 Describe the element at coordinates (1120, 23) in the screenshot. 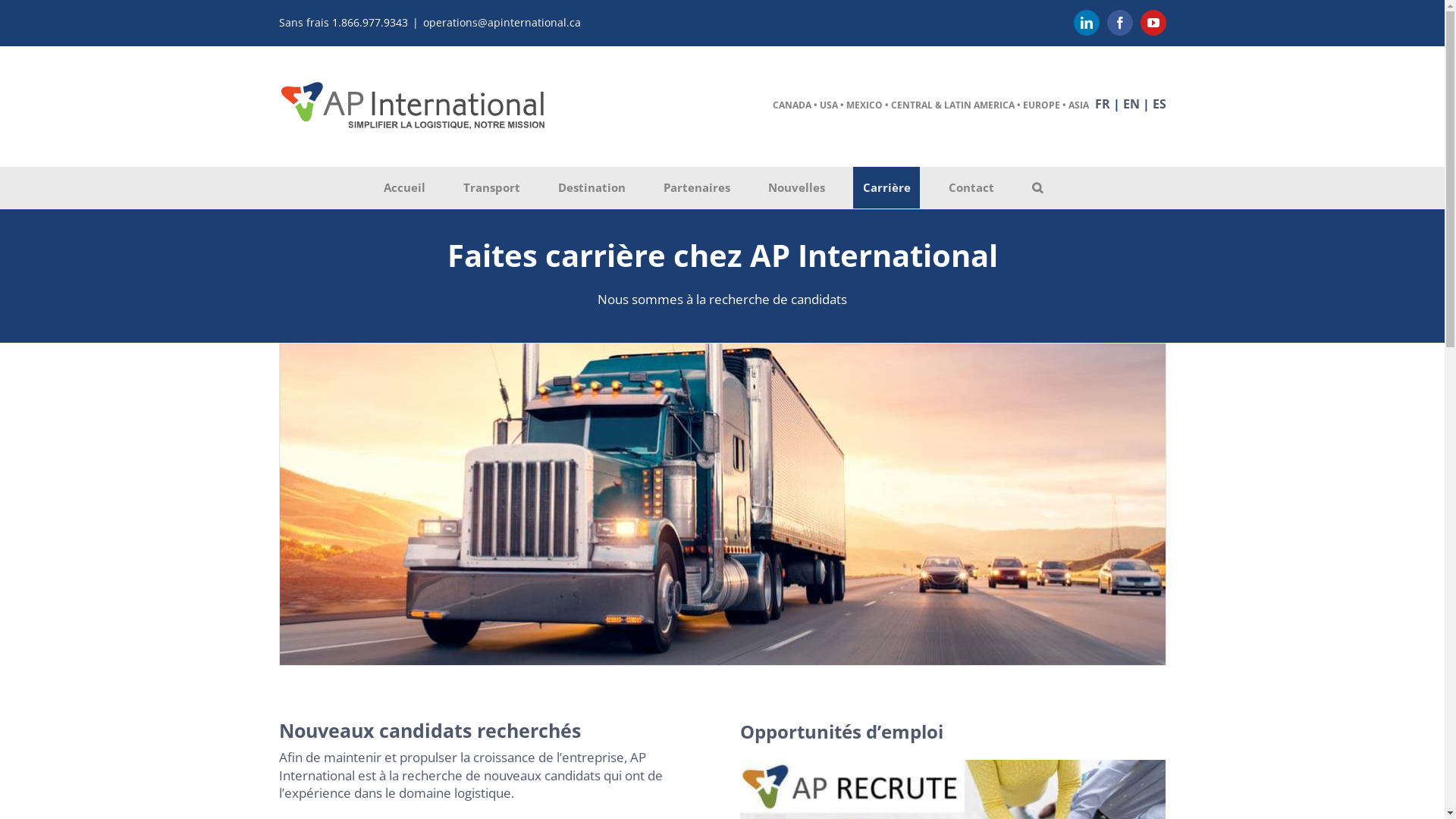

I see `'Facebook'` at that location.